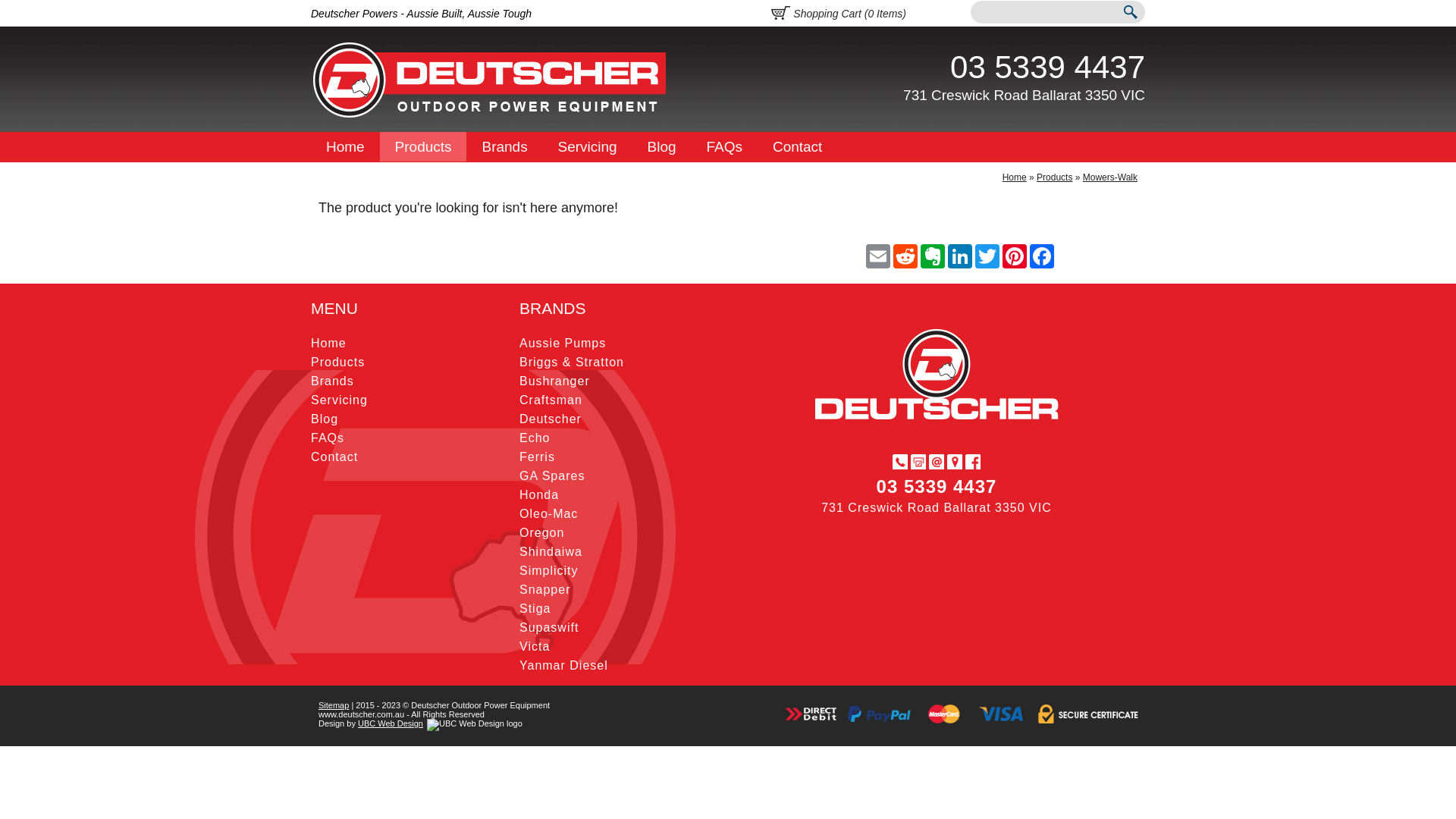  What do you see at coordinates (535, 646) in the screenshot?
I see `'Victa'` at bounding box center [535, 646].